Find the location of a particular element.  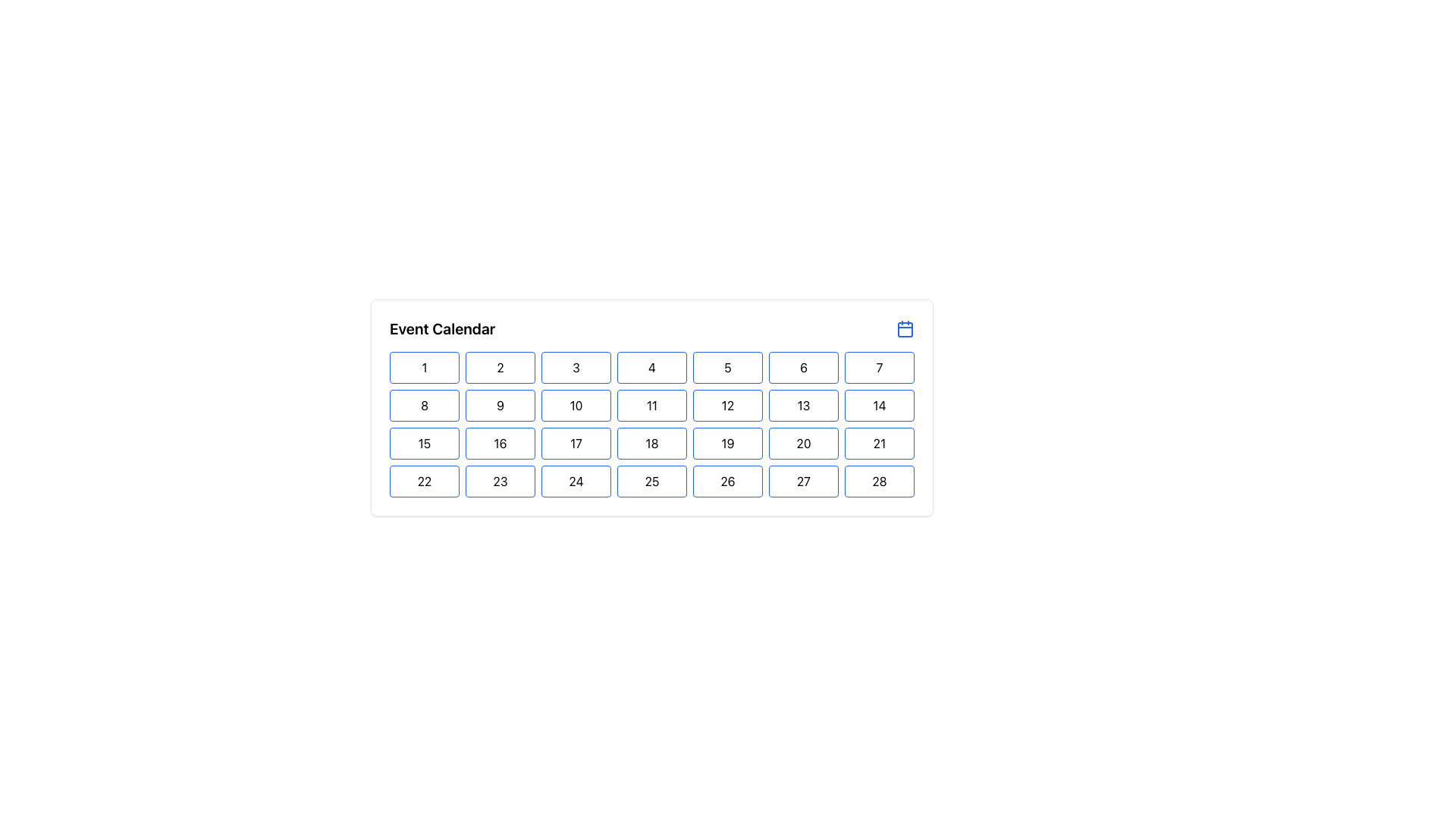

the rectangular button with rounded corners that has a blue border and contains the text '2' is located at coordinates (500, 368).